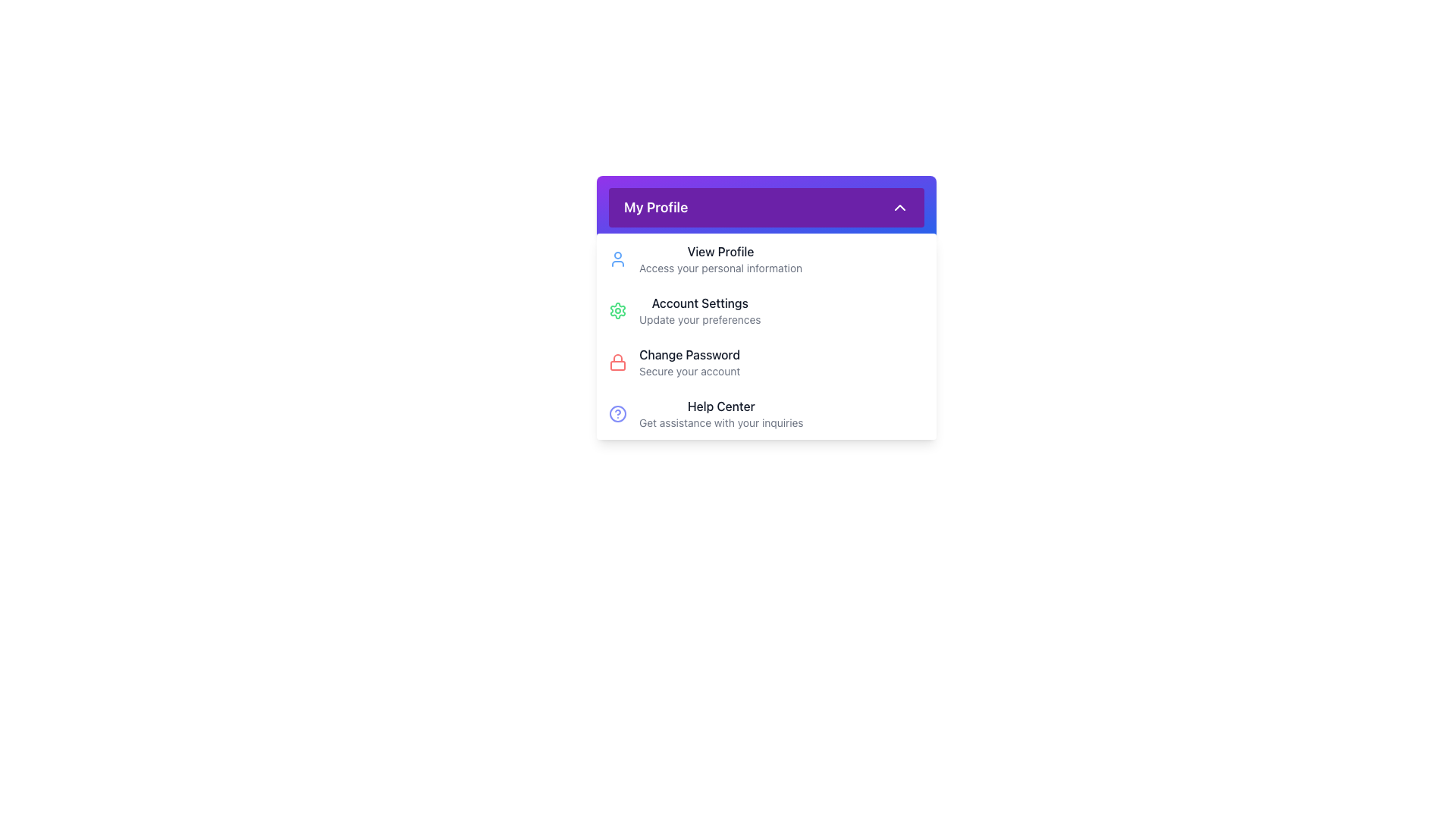  I want to click on the 'View Profile' text label located at the top of the 'My Profile' dropdown menu, so click(720, 250).